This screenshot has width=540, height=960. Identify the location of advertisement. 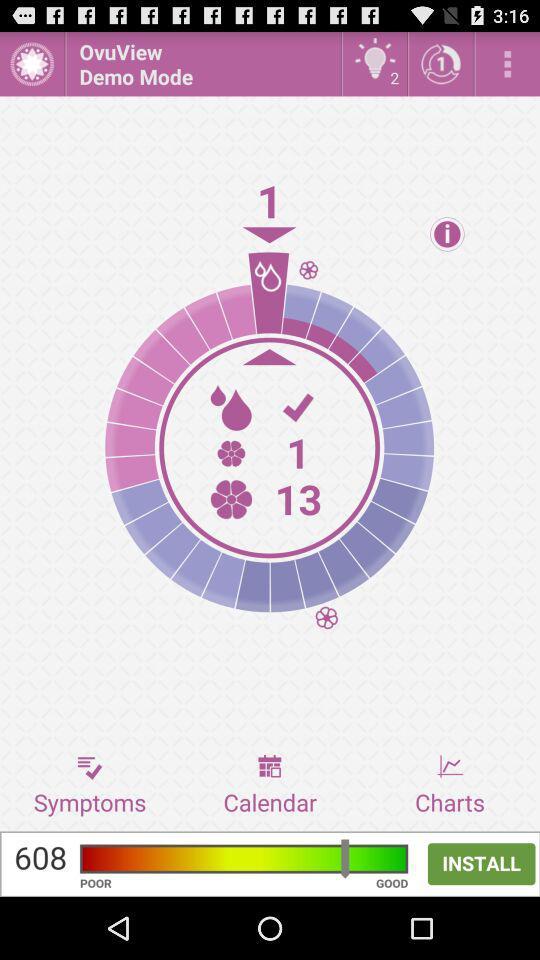
(270, 863).